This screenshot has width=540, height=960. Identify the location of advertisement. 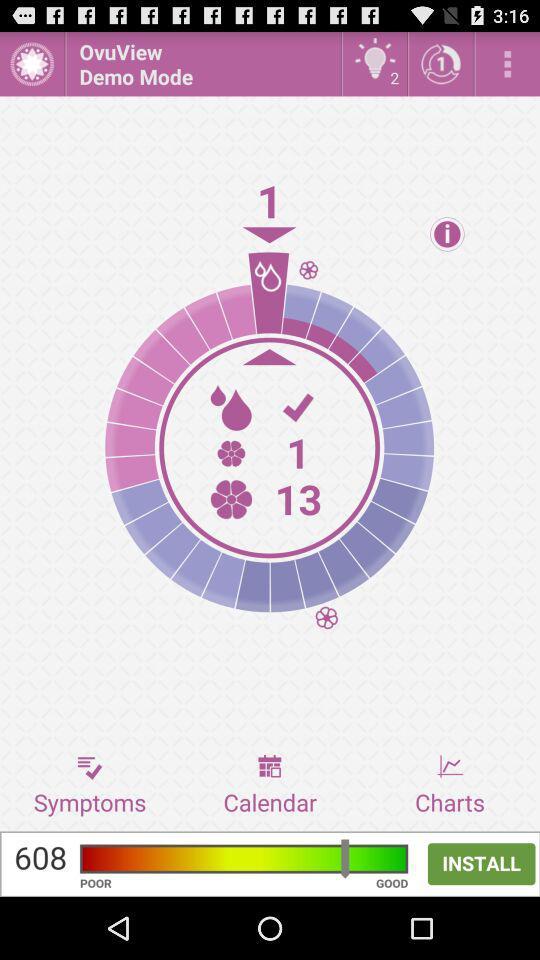
(270, 863).